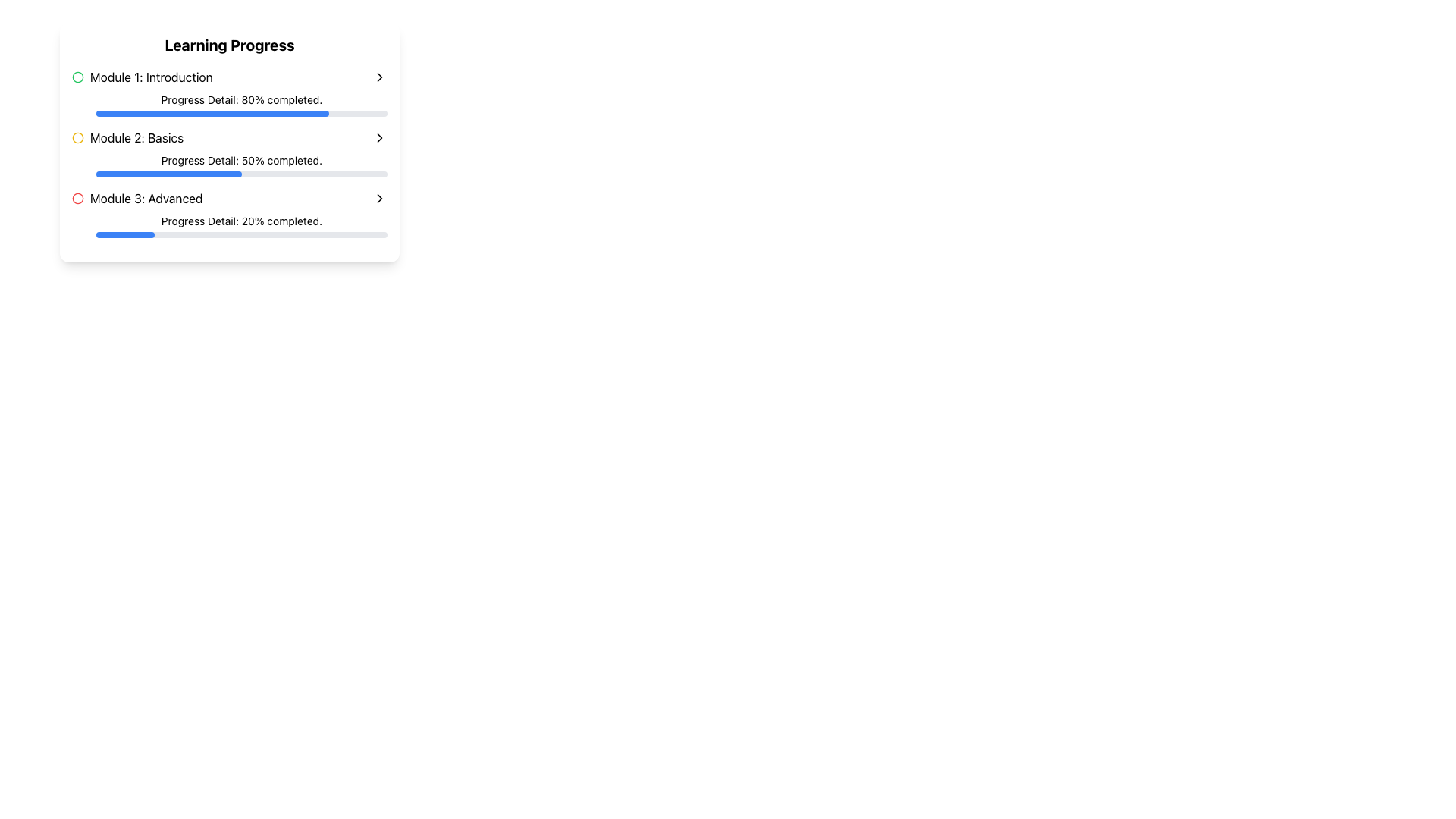 The height and width of the screenshot is (819, 1456). Describe the element at coordinates (228, 45) in the screenshot. I see `the prominent text label displaying 'Learning Progress', which is styled in bold and located at the top of a card-like section` at that location.